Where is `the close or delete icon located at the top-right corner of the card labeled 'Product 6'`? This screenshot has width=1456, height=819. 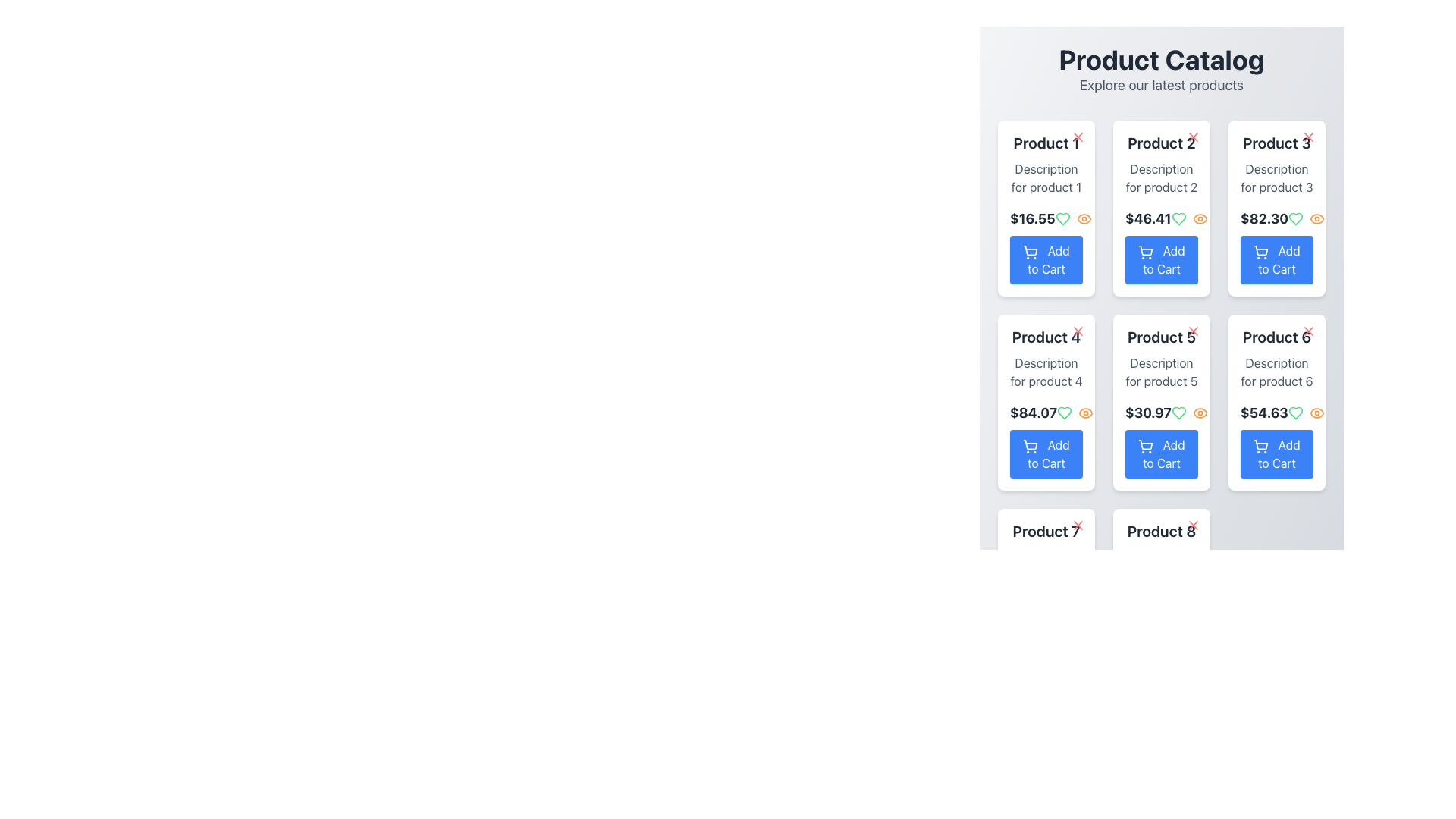
the close or delete icon located at the top-right corner of the card labeled 'Product 6' is located at coordinates (1077, 525).